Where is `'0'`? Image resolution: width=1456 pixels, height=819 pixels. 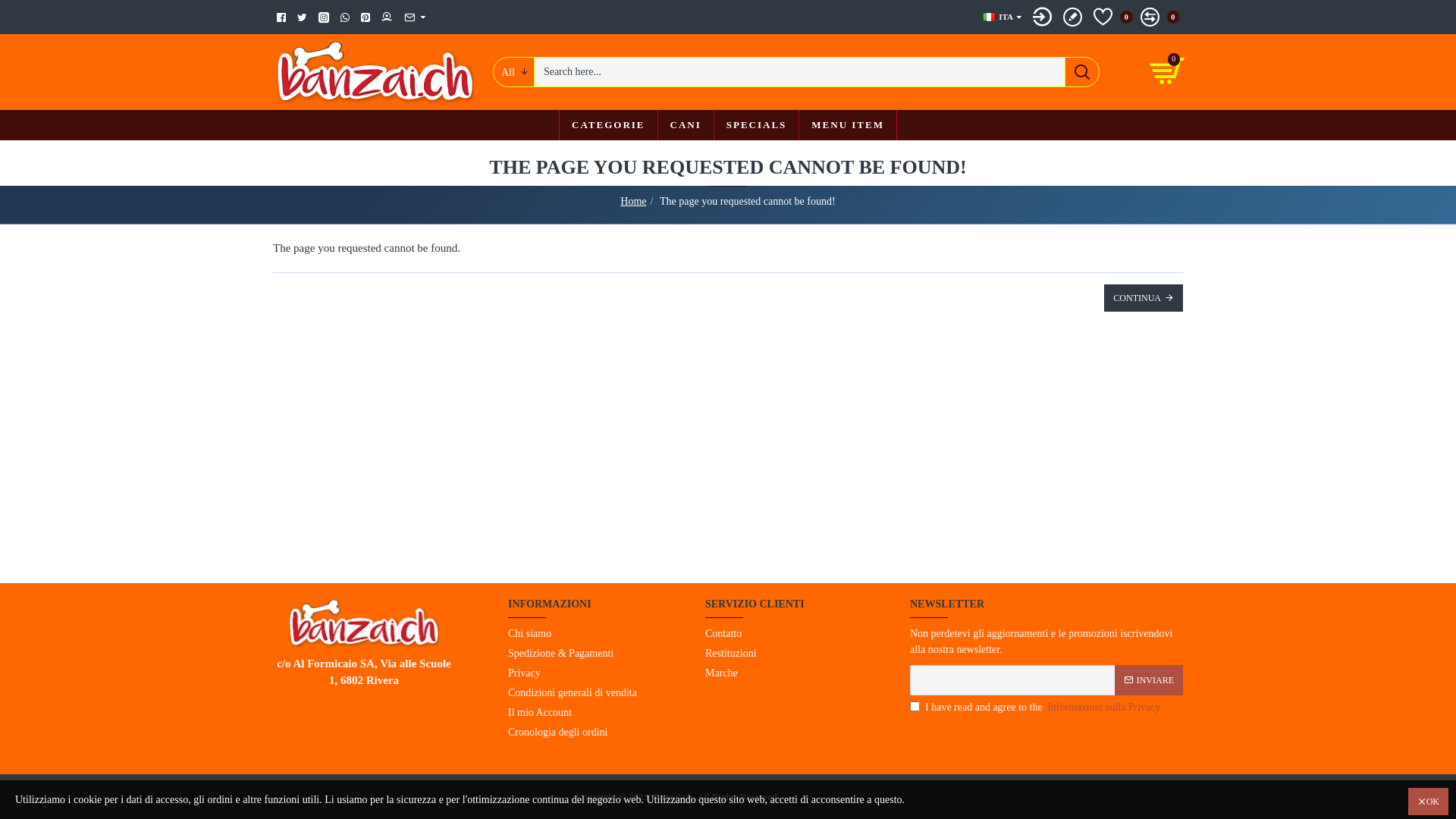 '0' is located at coordinates (1159, 17).